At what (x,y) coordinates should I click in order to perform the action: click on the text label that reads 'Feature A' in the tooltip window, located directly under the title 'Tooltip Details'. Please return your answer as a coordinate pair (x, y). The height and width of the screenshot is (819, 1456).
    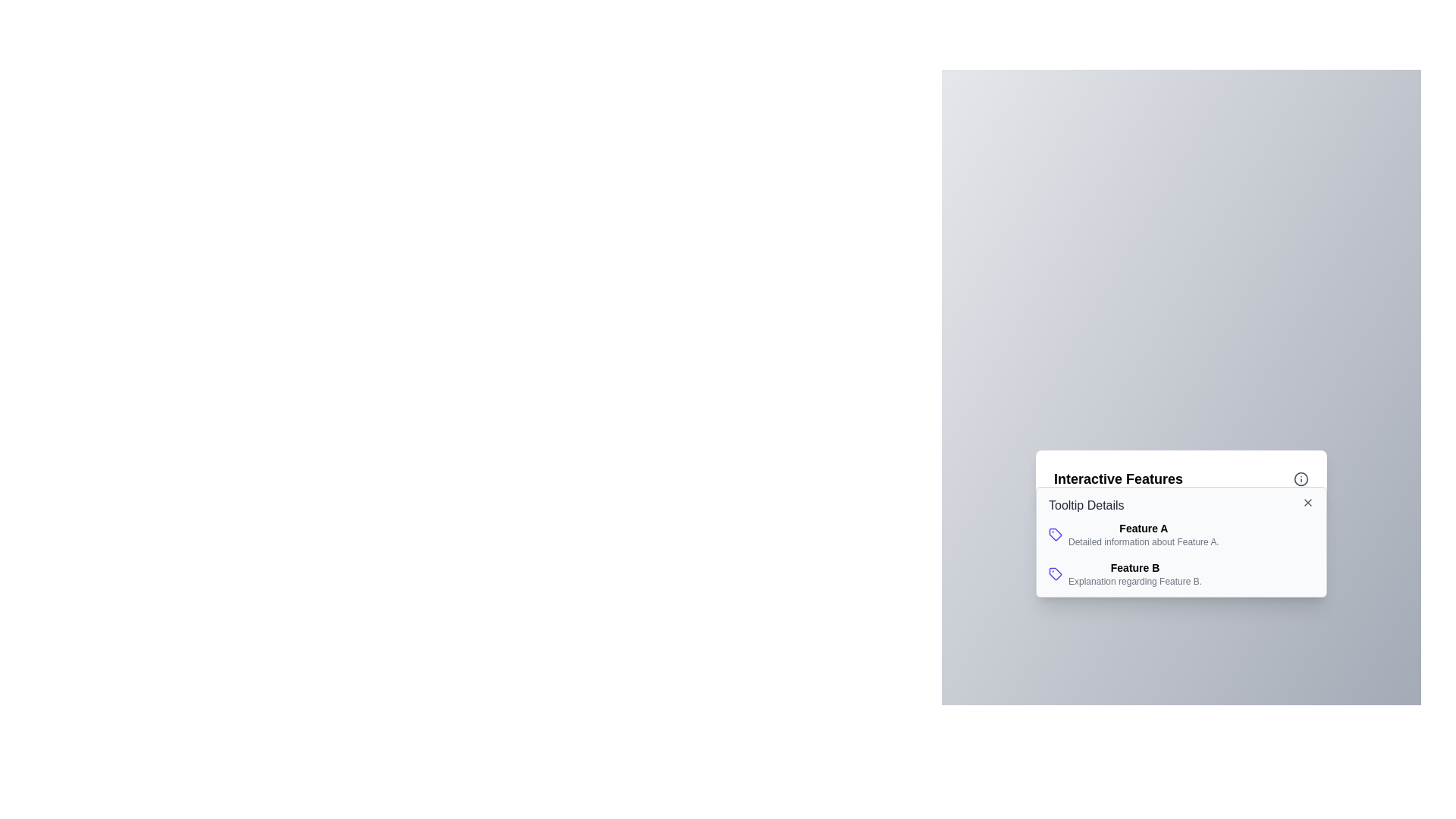
    Looking at the image, I should click on (1144, 528).